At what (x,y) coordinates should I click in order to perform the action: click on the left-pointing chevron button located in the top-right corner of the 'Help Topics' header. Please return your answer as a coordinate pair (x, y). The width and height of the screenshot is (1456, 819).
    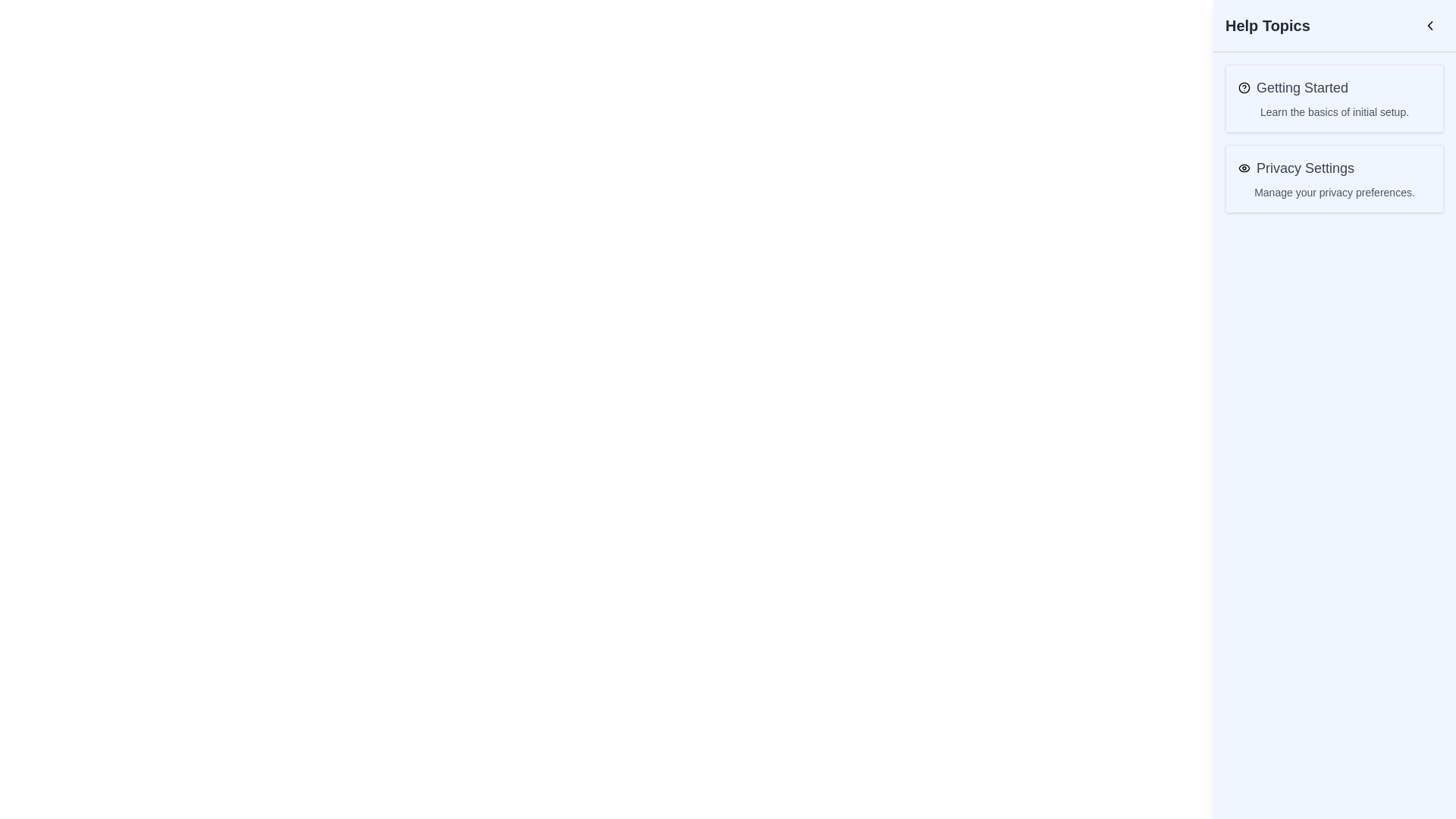
    Looking at the image, I should click on (1429, 26).